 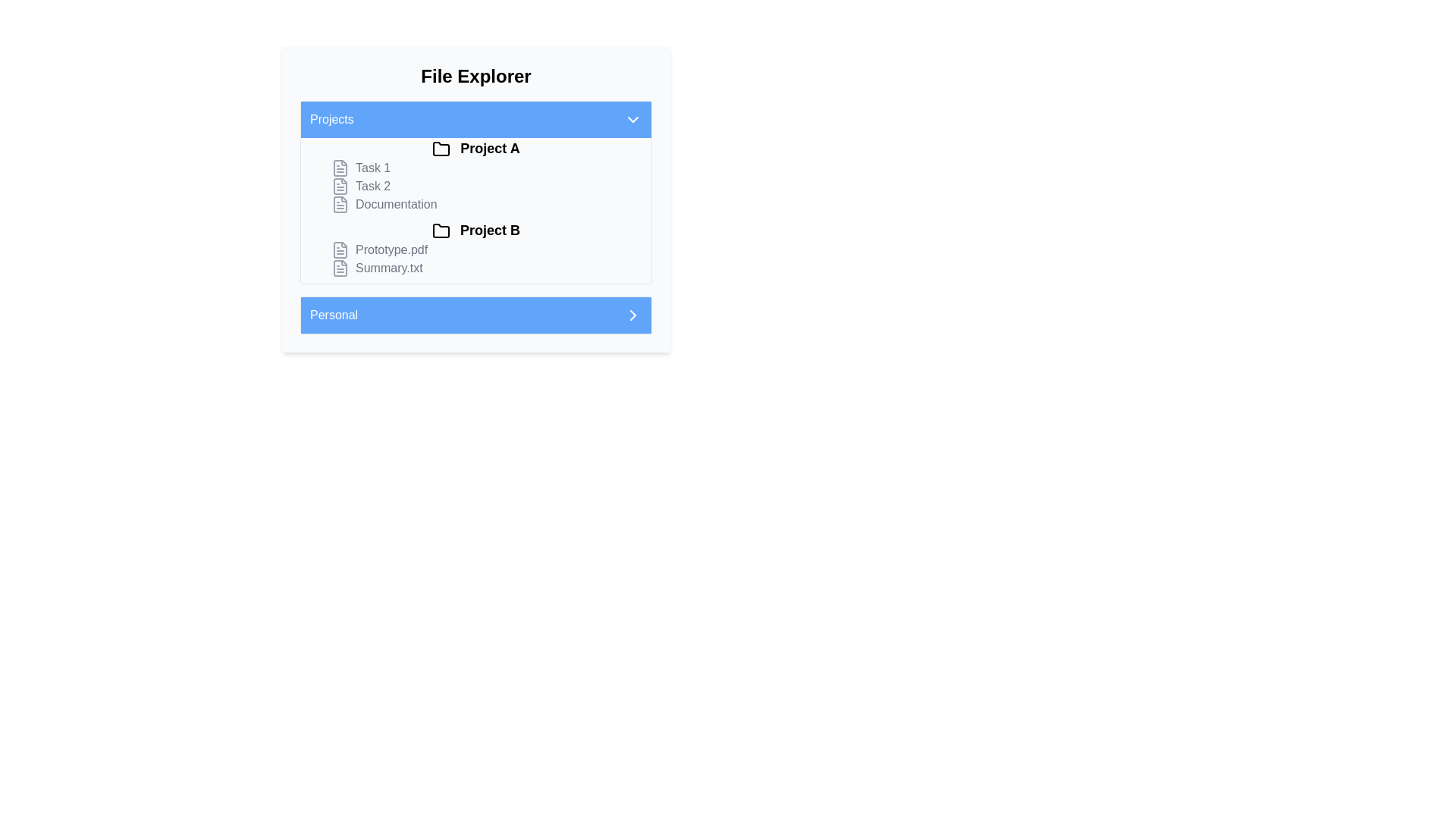 I want to click on the 'Personal' folder button located at the bottom of the 'Projects' section in the File Explorer interface, so click(x=475, y=315).